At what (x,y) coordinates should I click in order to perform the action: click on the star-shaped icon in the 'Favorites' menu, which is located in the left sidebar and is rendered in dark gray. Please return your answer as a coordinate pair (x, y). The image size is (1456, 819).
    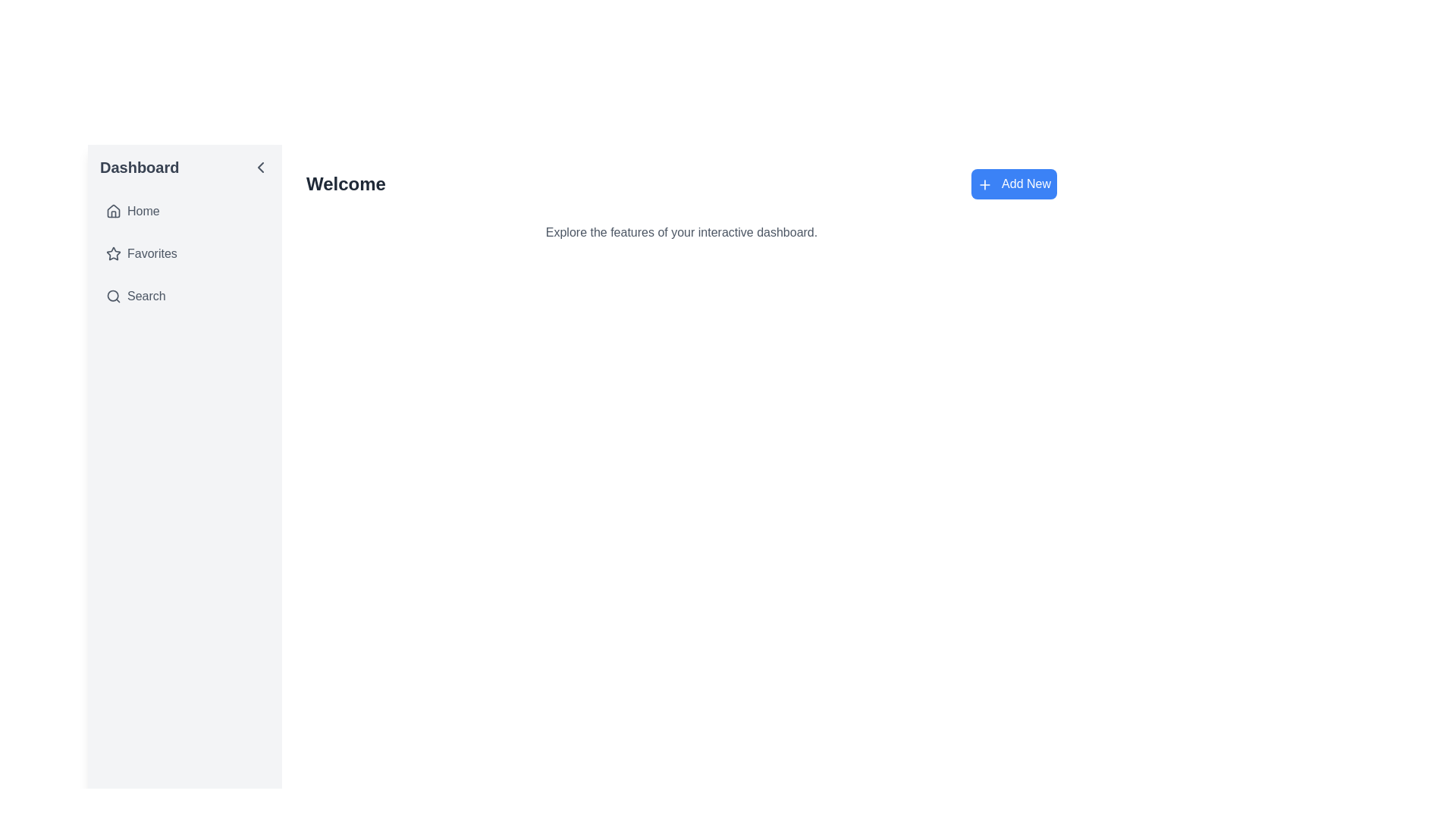
    Looking at the image, I should click on (112, 253).